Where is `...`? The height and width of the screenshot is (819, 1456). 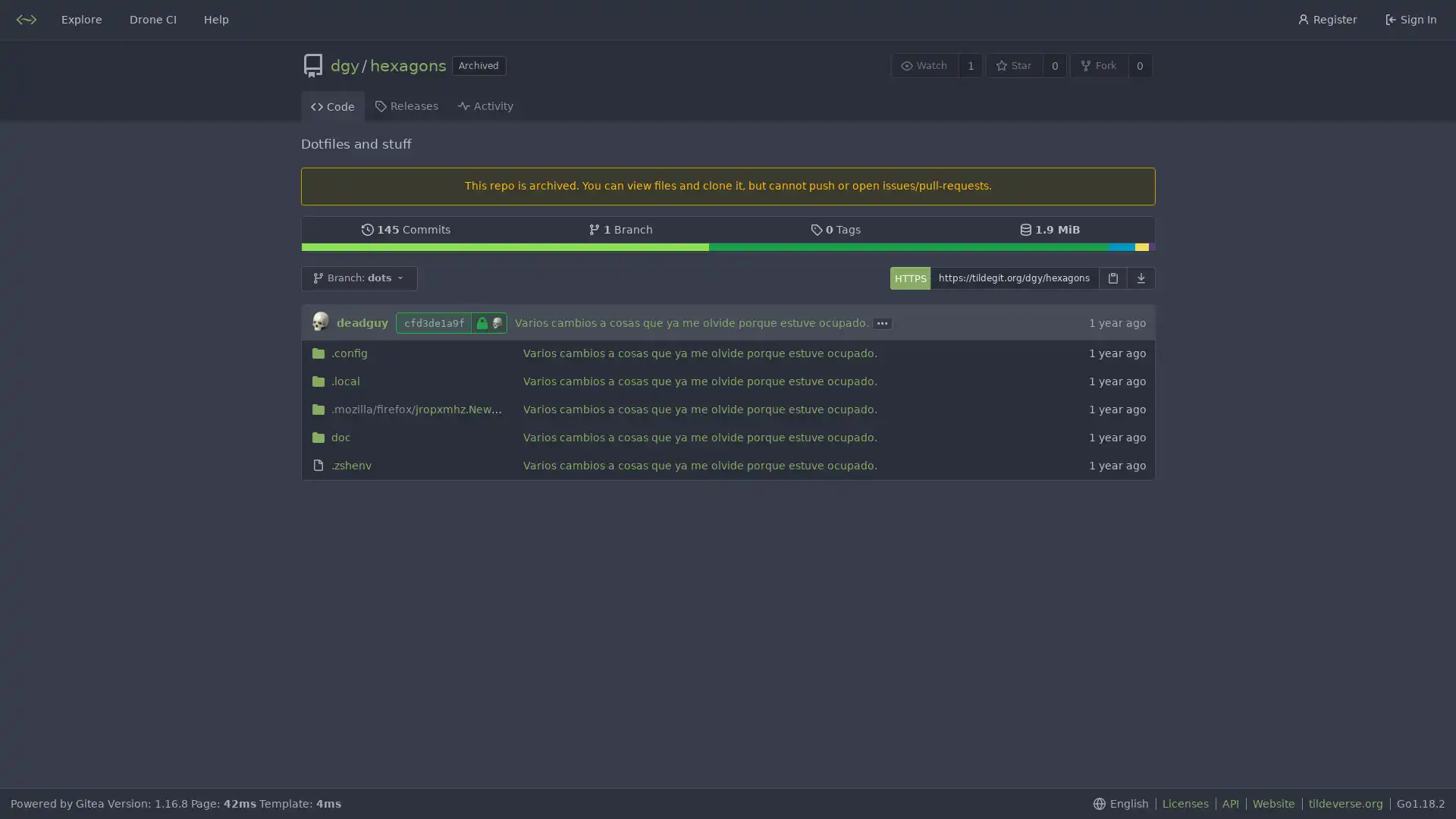
... is located at coordinates (881, 322).